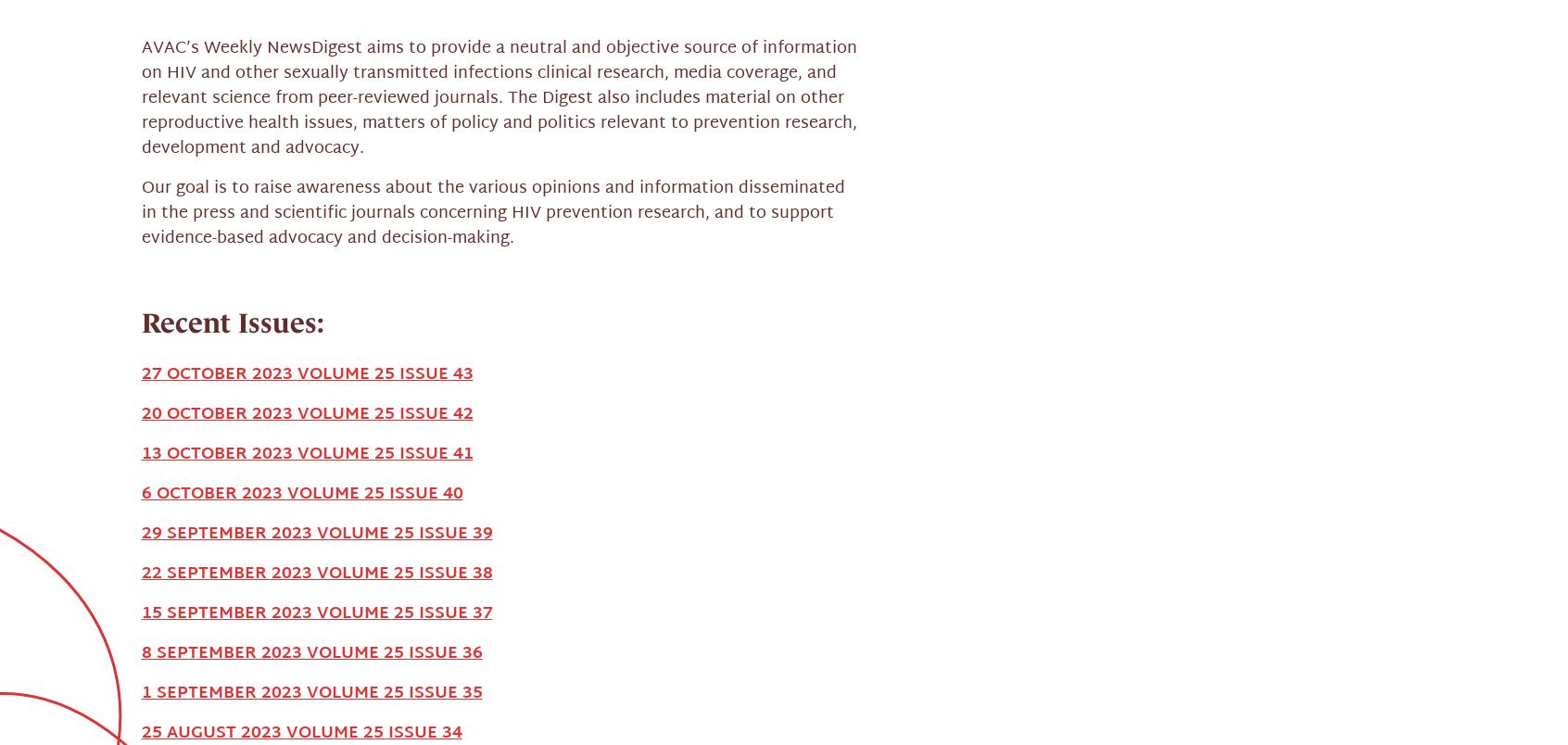 This screenshot has height=745, width=1568. What do you see at coordinates (427, 638) in the screenshot?
I see `'Get updates on new resources, events and news on HIV prevention & global health equity.'` at bounding box center [427, 638].